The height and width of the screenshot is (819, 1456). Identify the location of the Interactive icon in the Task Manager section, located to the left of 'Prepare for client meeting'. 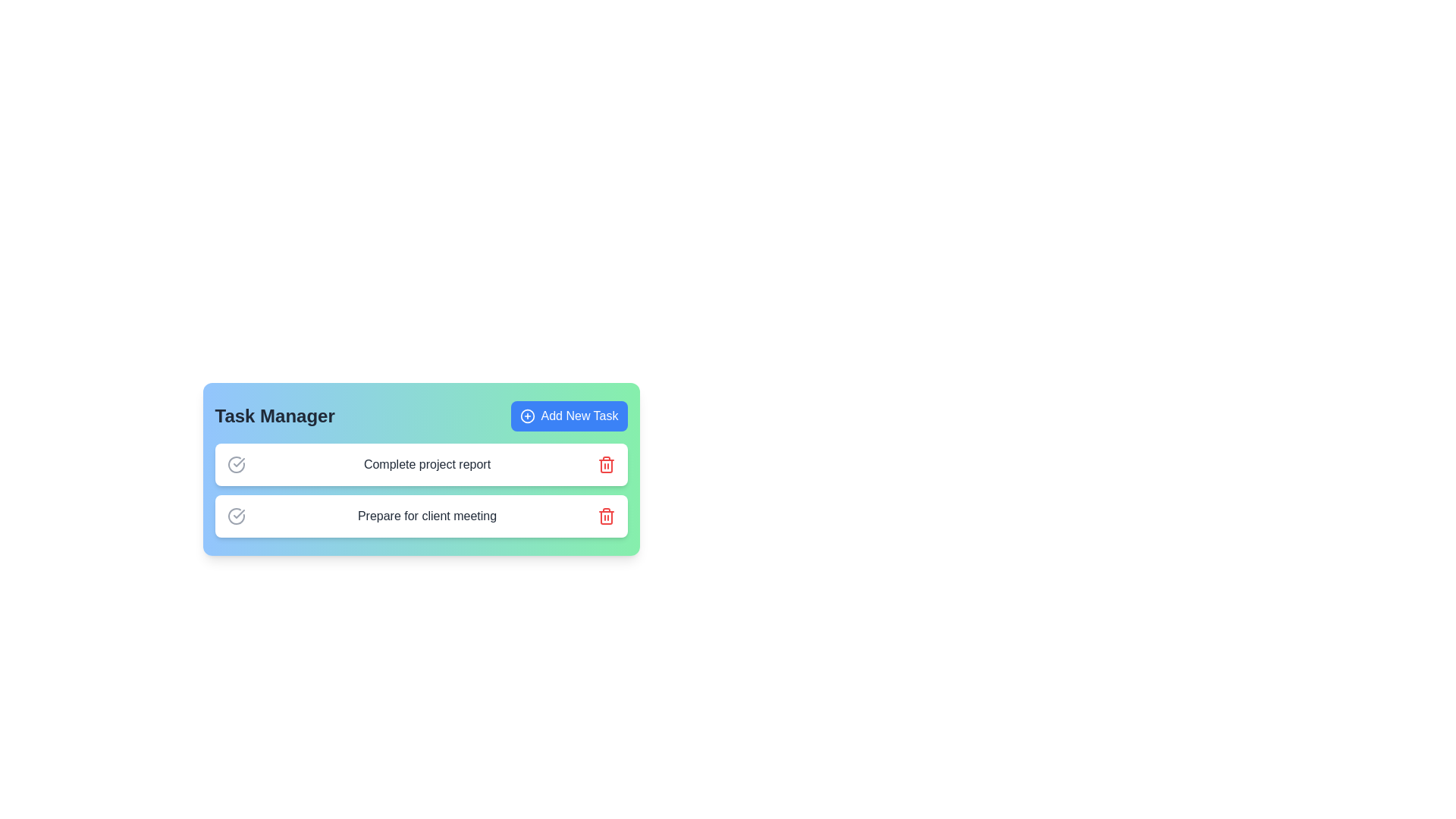
(235, 516).